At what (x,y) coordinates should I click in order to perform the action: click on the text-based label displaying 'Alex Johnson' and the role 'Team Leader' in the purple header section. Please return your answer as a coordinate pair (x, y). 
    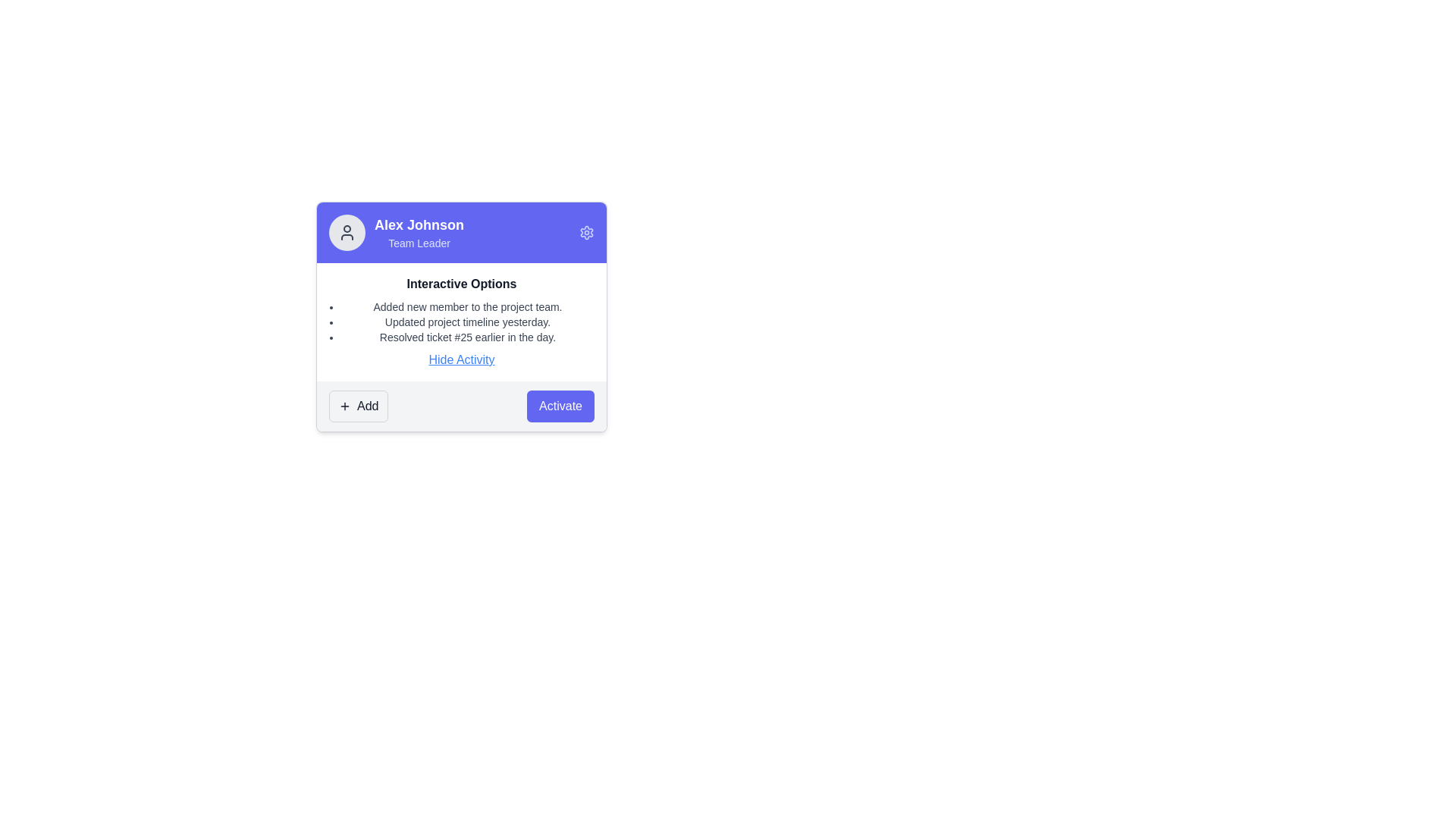
    Looking at the image, I should click on (397, 233).